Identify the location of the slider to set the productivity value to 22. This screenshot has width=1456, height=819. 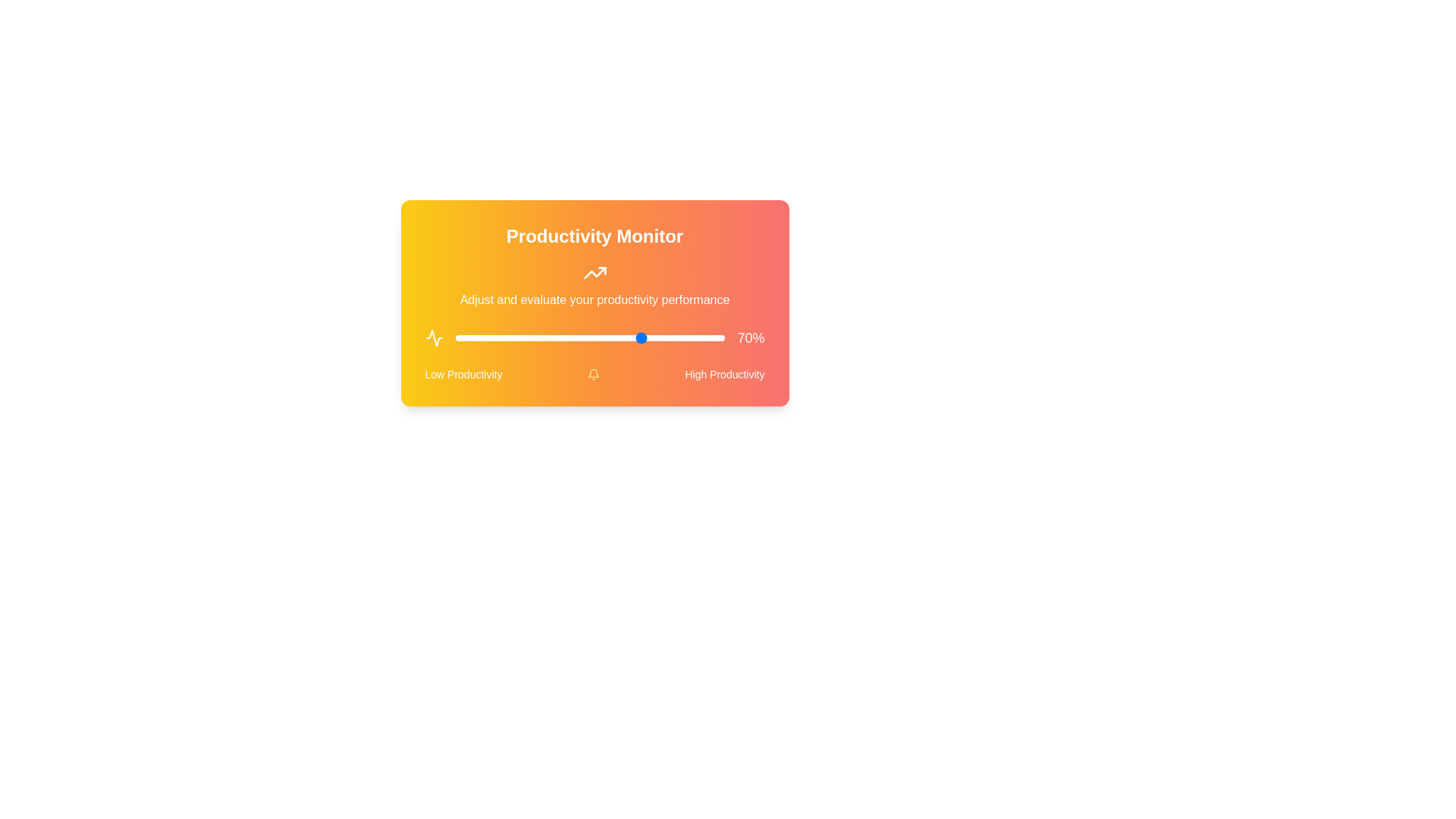
(514, 337).